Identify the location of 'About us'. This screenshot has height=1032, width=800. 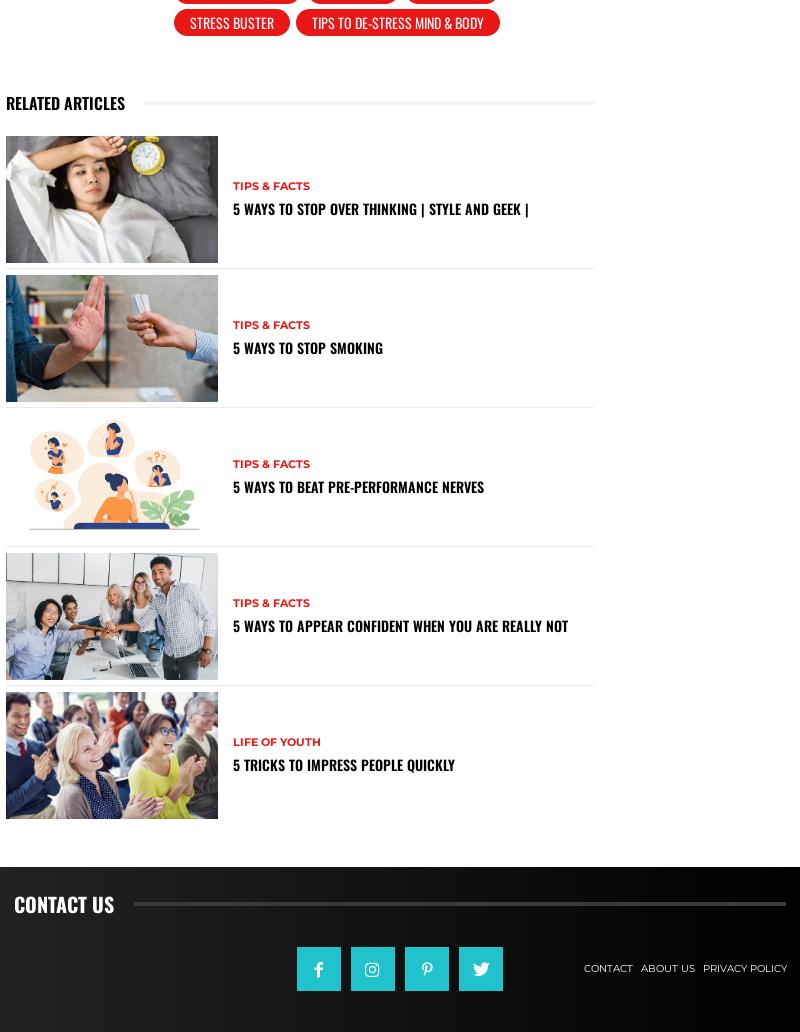
(665, 967).